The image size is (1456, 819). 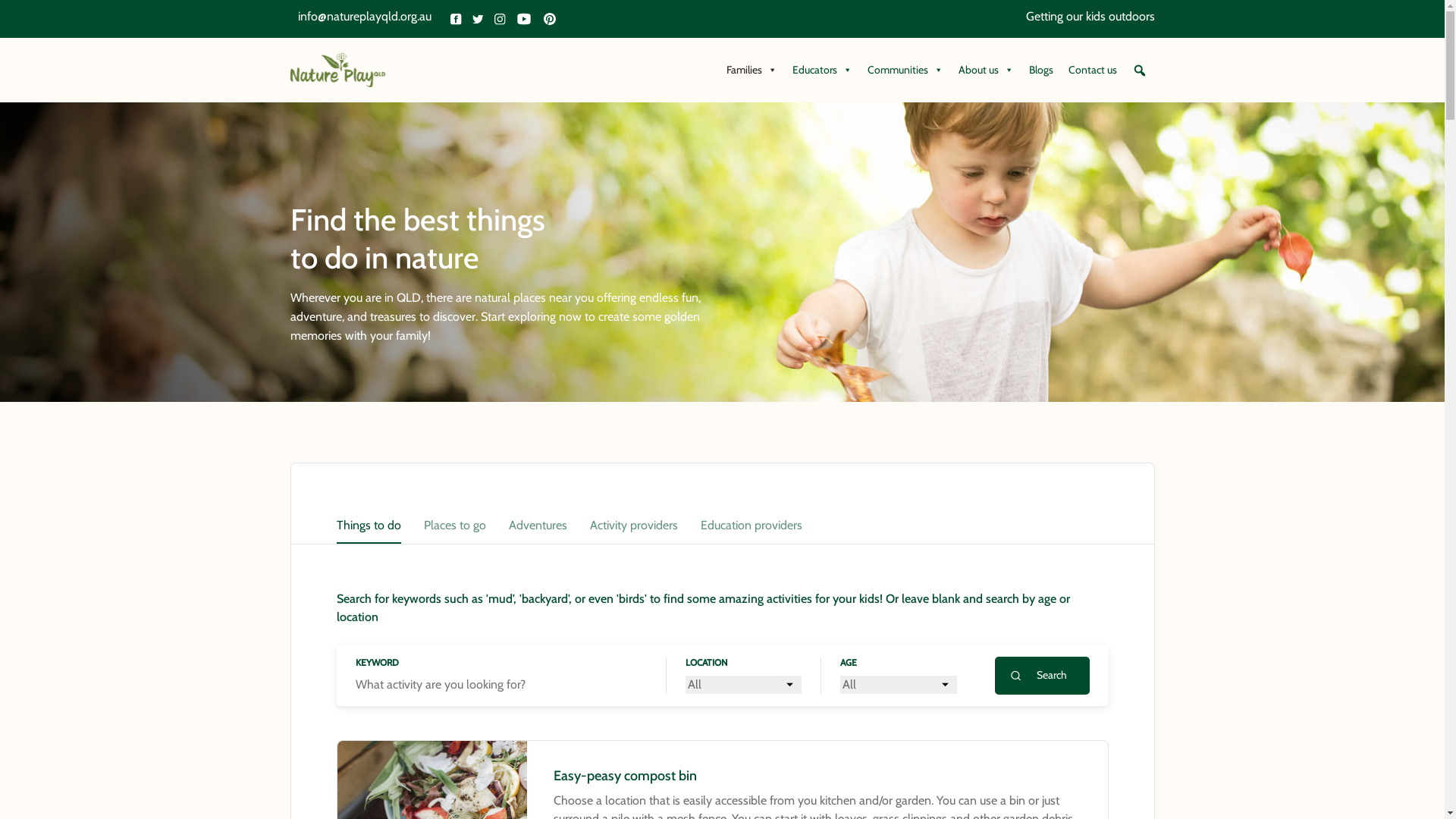 I want to click on 'Educators', so click(x=821, y=70).